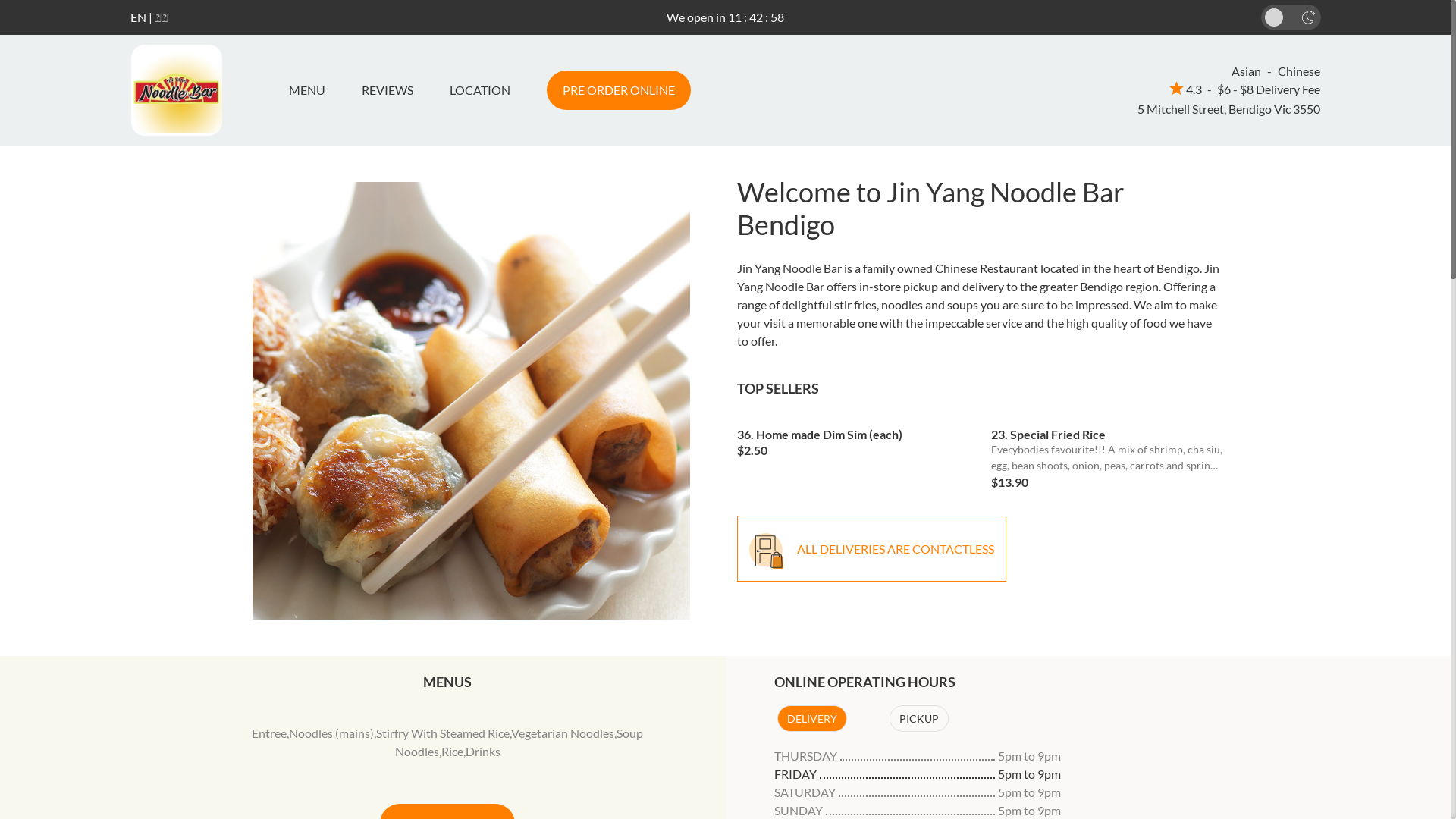  I want to click on 'EN', so click(138, 17).